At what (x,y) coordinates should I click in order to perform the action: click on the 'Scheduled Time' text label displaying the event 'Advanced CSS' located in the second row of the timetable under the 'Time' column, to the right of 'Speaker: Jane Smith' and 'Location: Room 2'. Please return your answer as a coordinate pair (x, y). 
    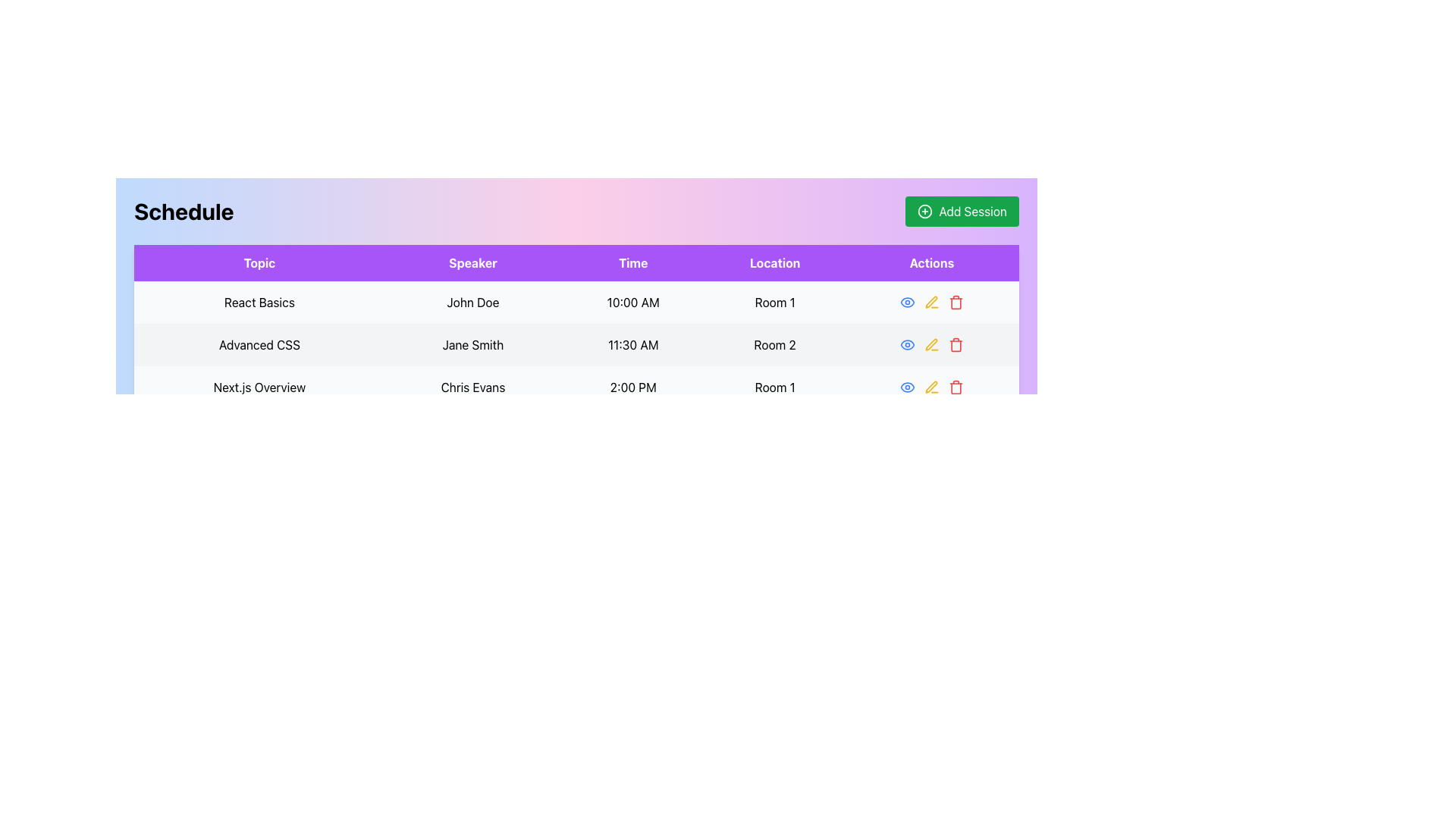
    Looking at the image, I should click on (633, 345).